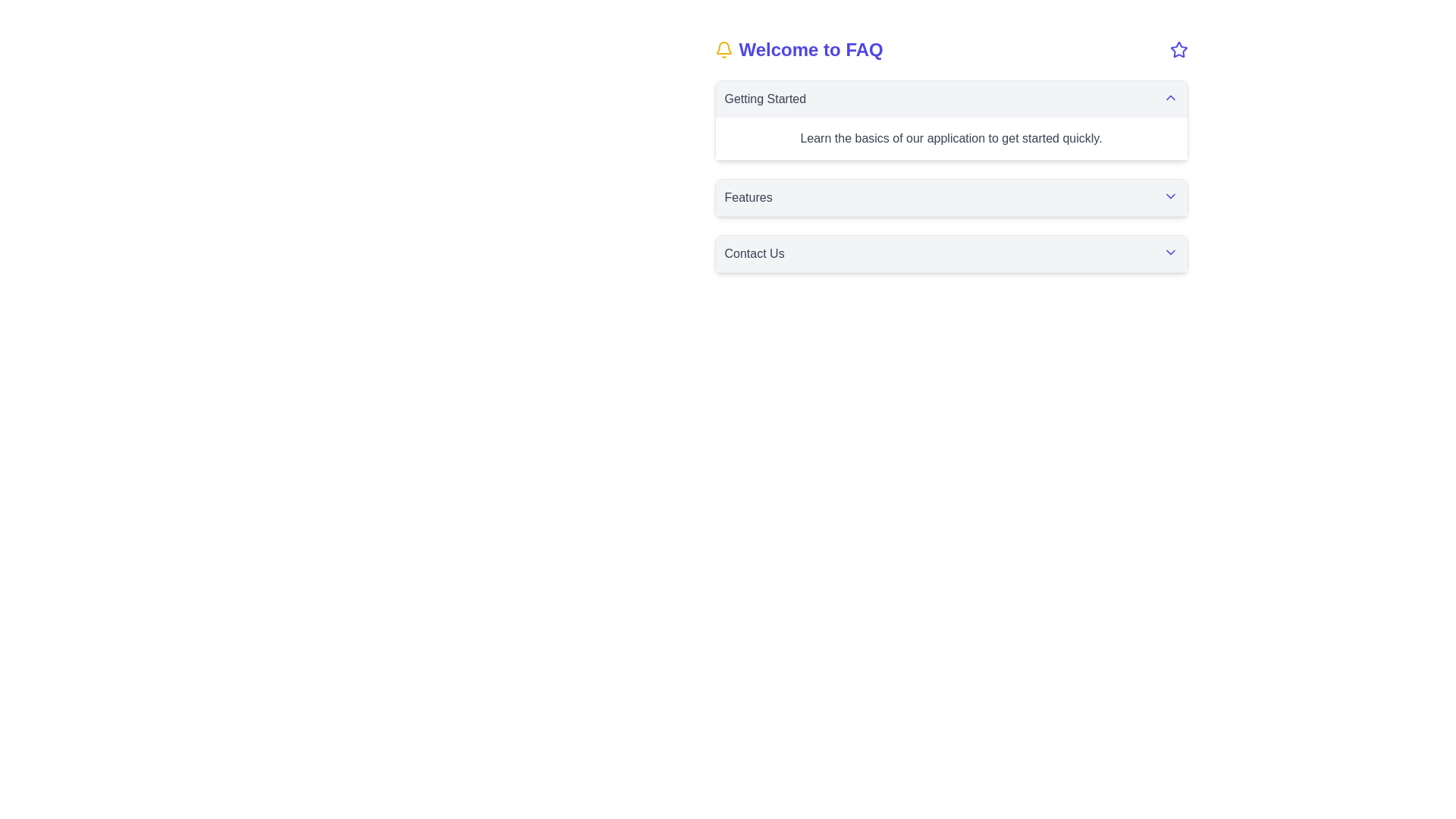 The height and width of the screenshot is (819, 1456). Describe the element at coordinates (798, 49) in the screenshot. I see `the 'Welcome to FAQ' text heading with the yellow notification bell icon, which is located in the top-left section of the interface` at that location.